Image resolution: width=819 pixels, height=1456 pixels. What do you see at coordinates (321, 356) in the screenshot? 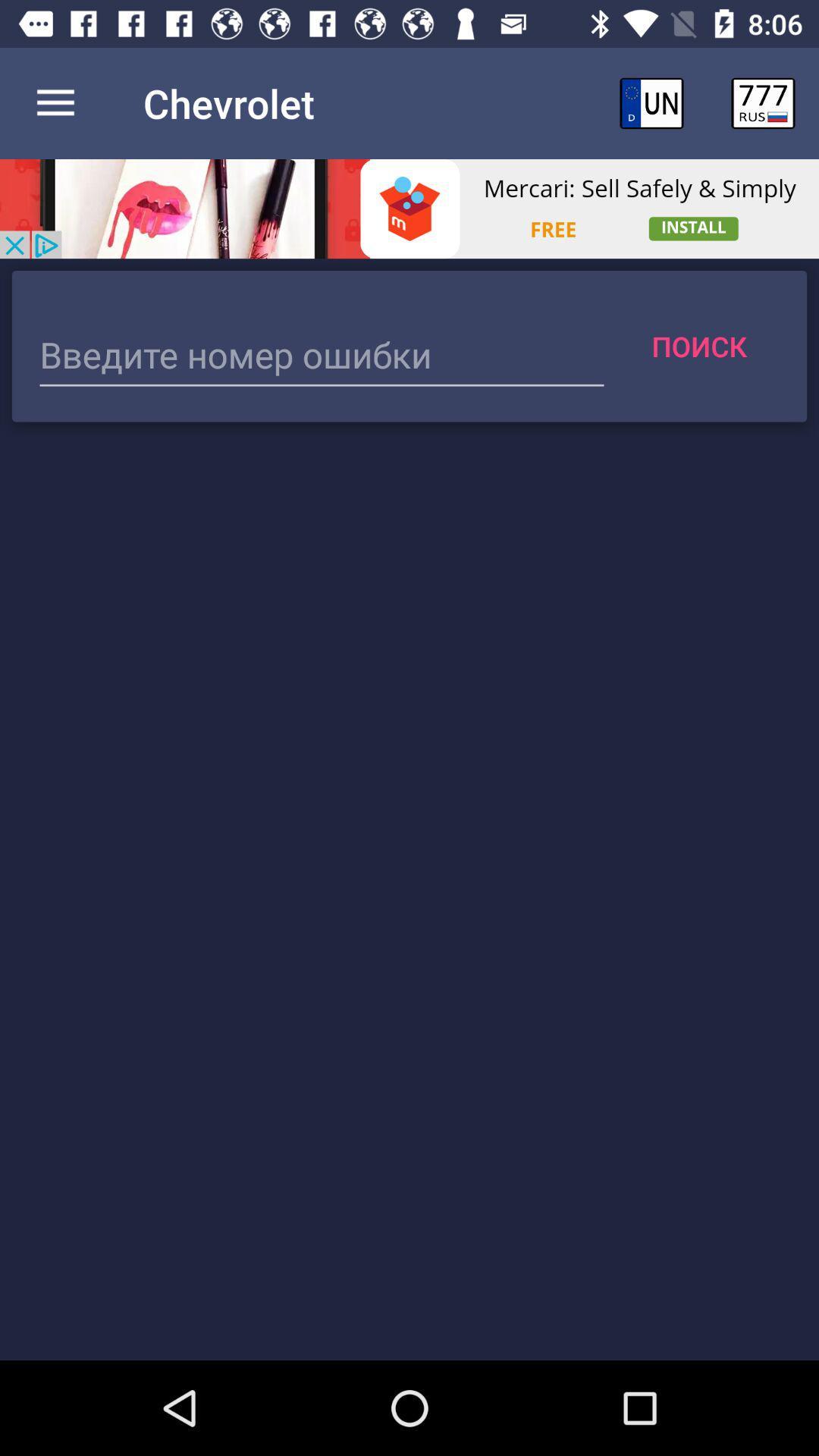
I see `text the line` at bounding box center [321, 356].